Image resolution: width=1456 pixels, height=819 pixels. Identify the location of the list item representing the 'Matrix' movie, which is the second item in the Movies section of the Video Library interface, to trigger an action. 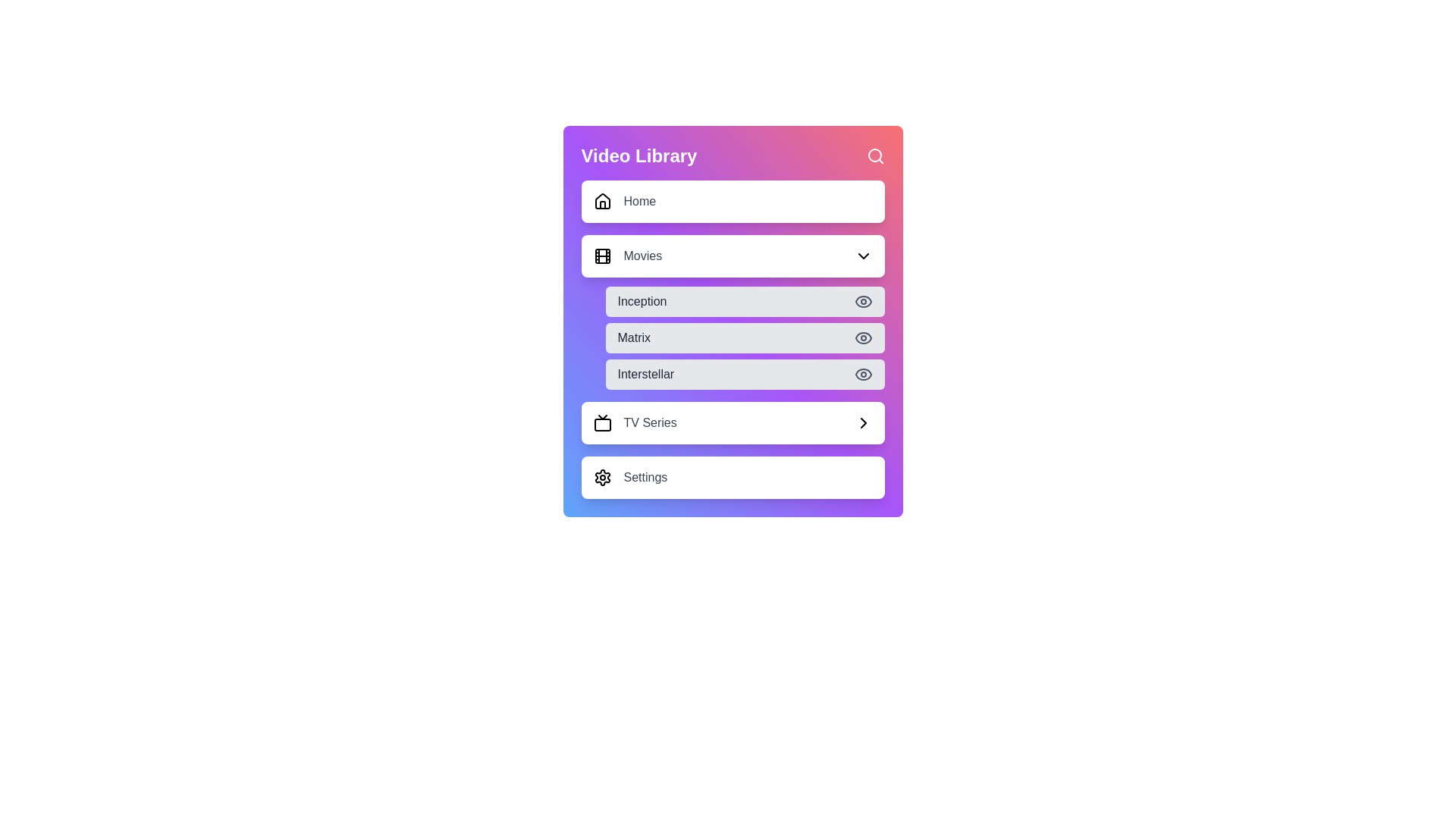
(733, 337).